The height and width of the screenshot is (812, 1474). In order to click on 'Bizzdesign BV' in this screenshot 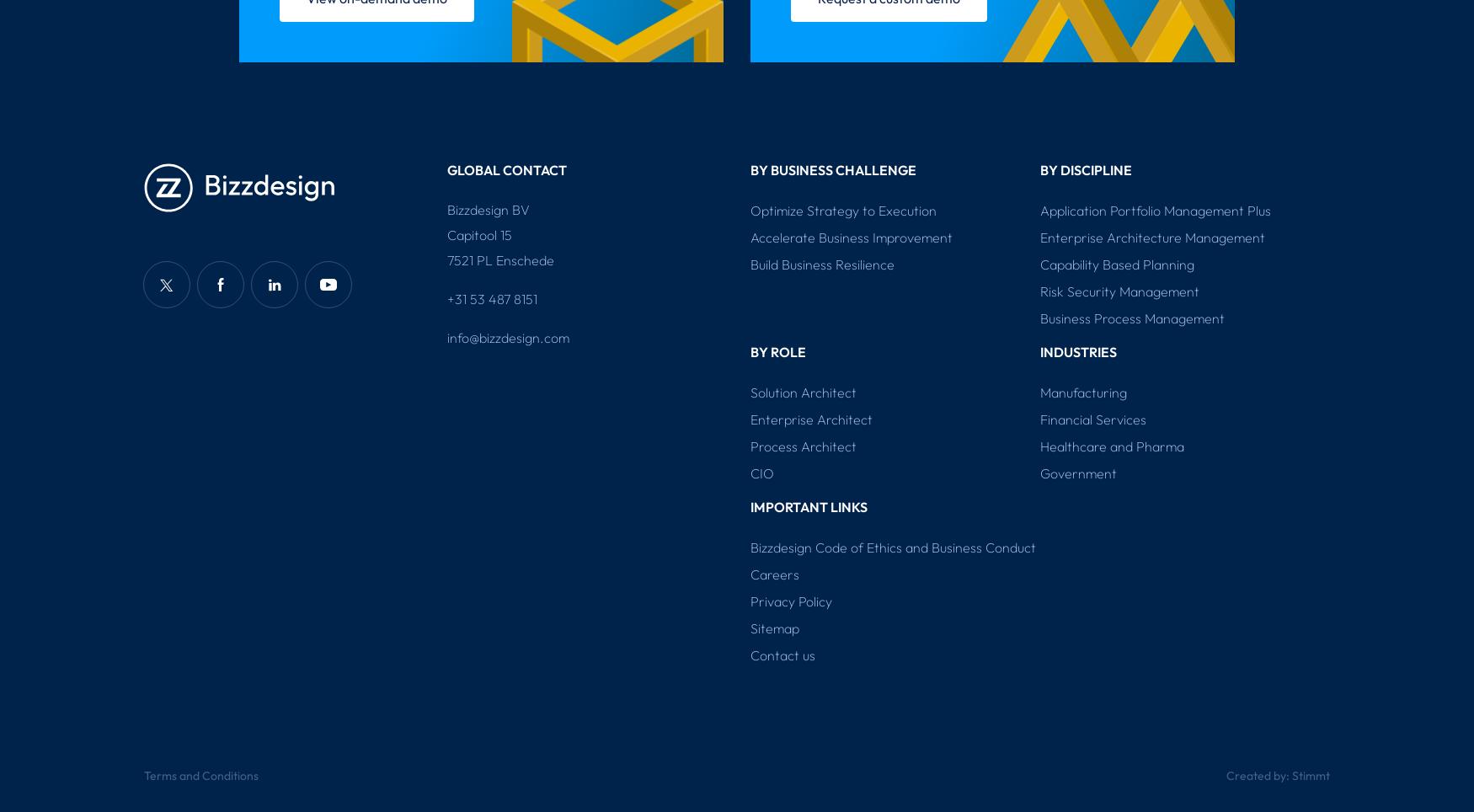, I will do `click(446, 209)`.